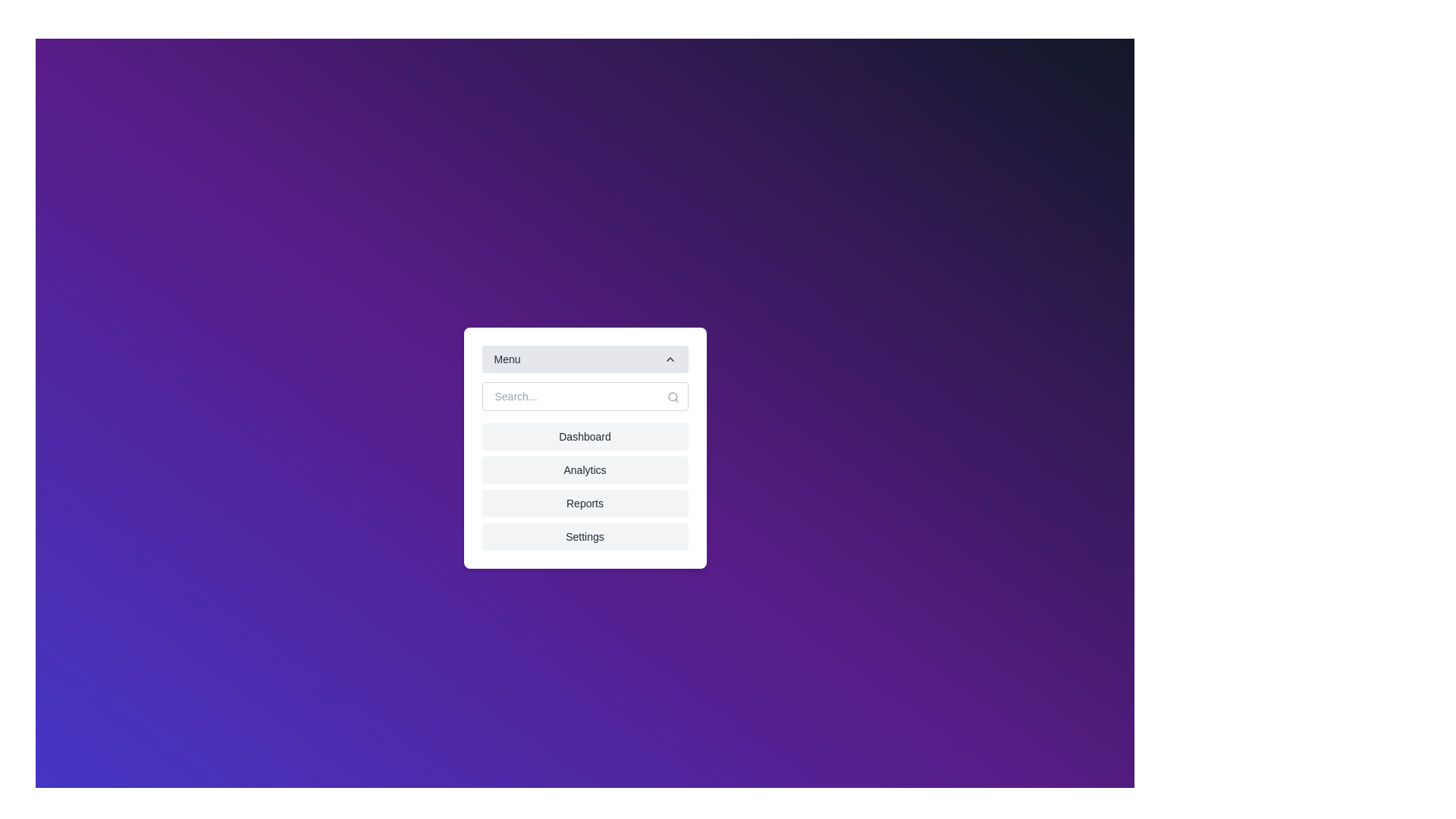  Describe the element at coordinates (584, 469) in the screenshot. I see `the Analytics menu option to select it` at that location.